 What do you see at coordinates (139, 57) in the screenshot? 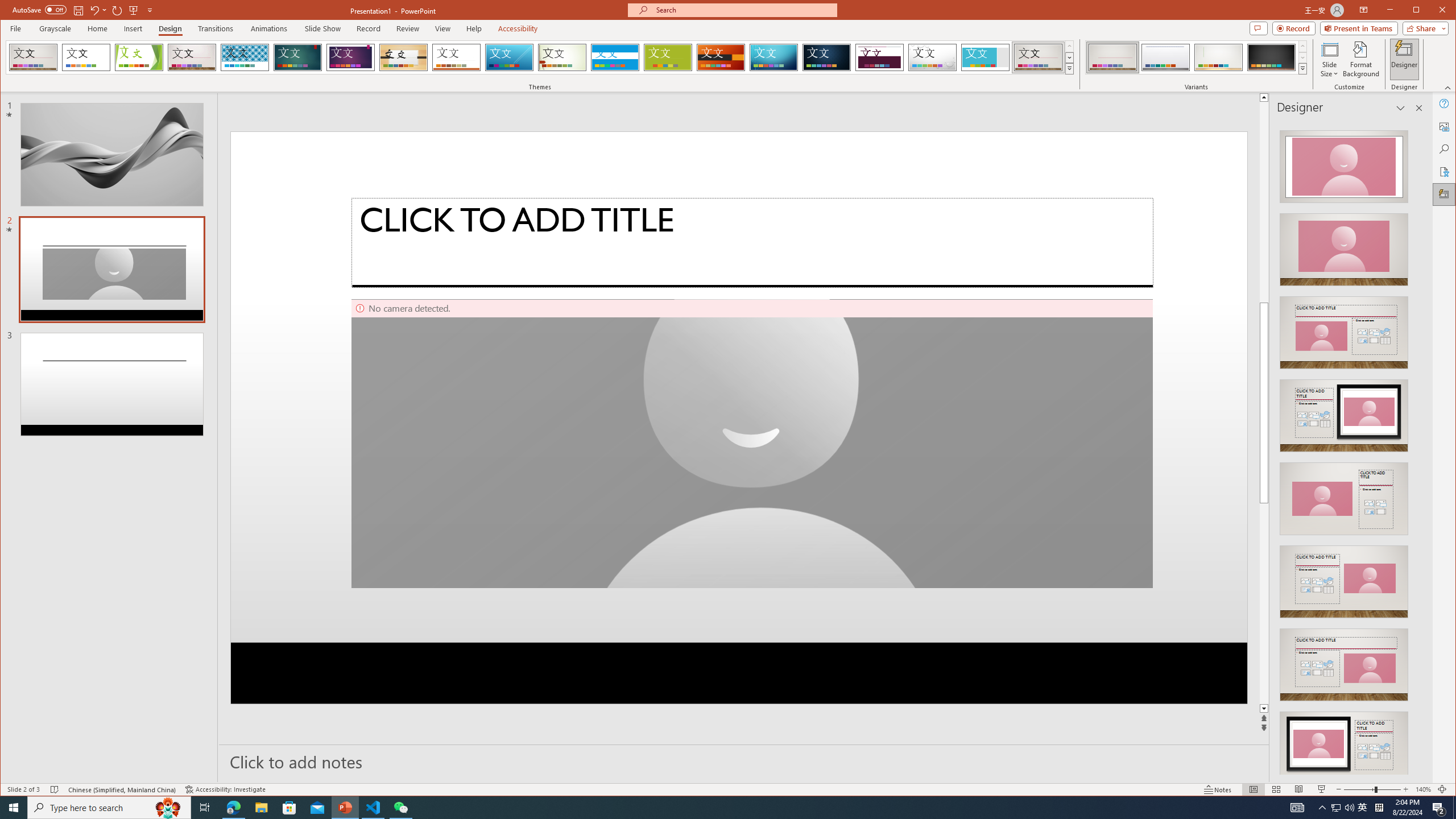
I see `'Facet'` at bounding box center [139, 57].